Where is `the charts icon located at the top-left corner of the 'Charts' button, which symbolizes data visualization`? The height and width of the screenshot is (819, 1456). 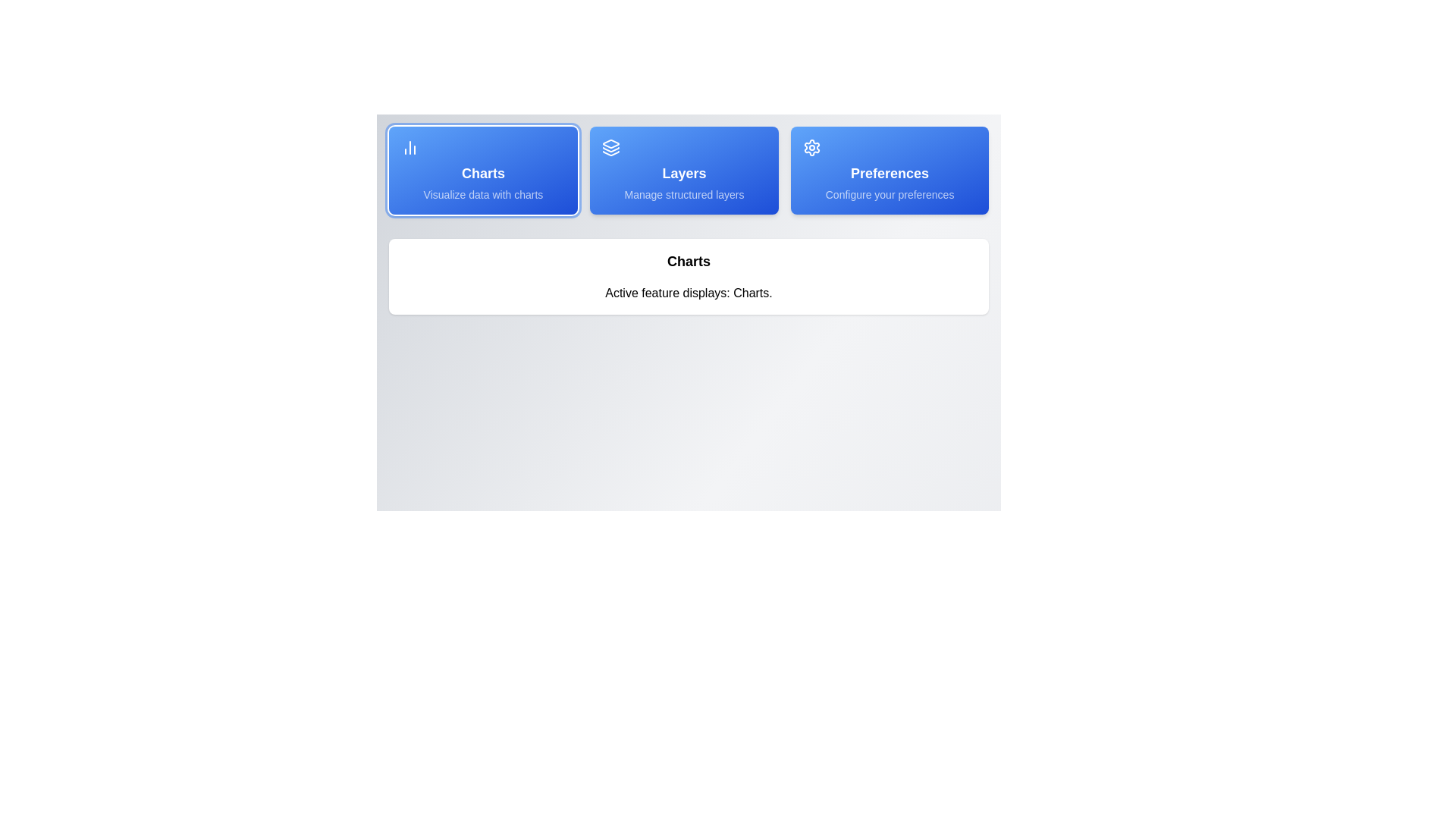
the charts icon located at the top-left corner of the 'Charts' button, which symbolizes data visualization is located at coordinates (410, 148).